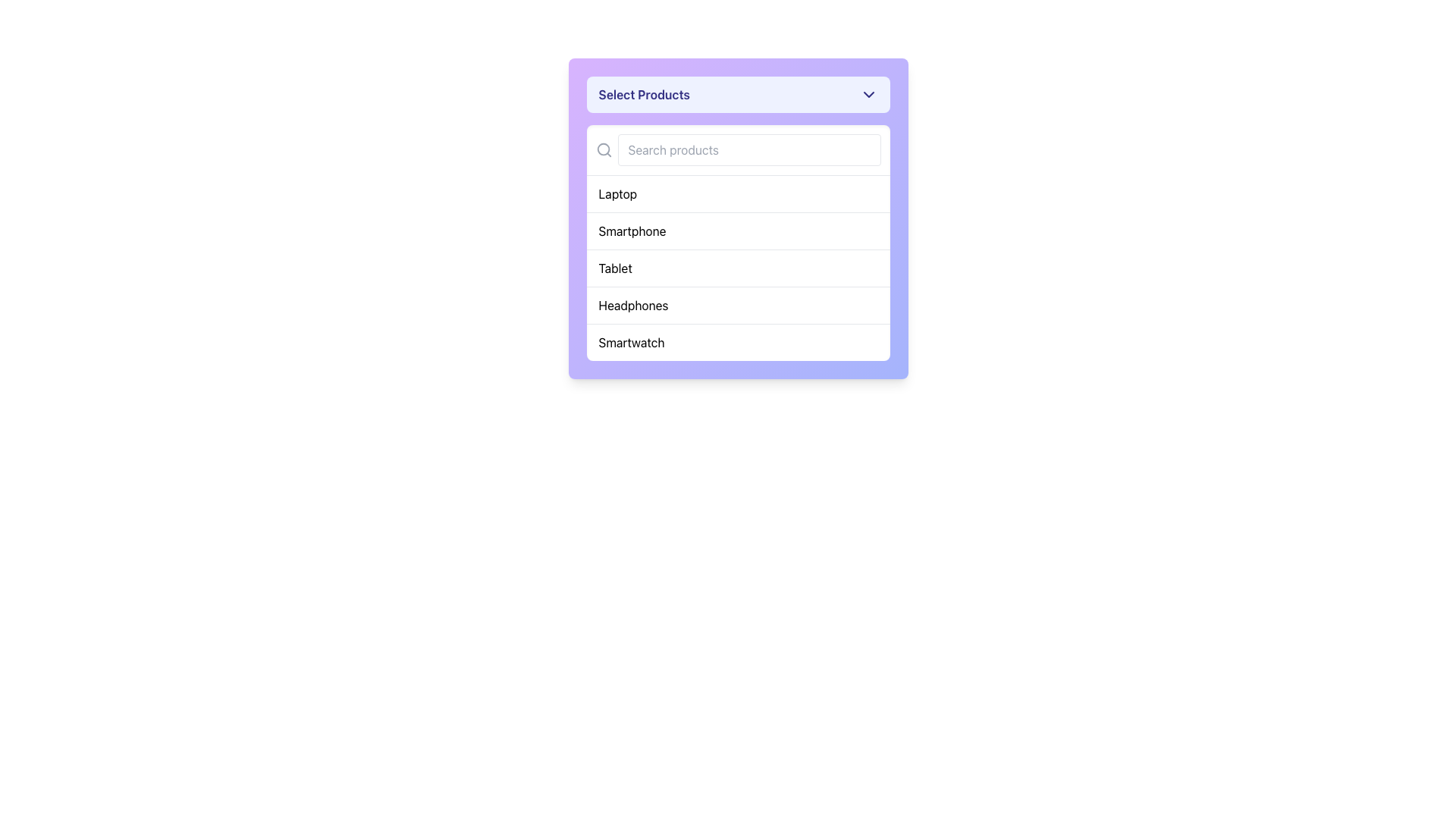  I want to click on the search input field located below the title 'Select Products' to focus on it, so click(749, 149).